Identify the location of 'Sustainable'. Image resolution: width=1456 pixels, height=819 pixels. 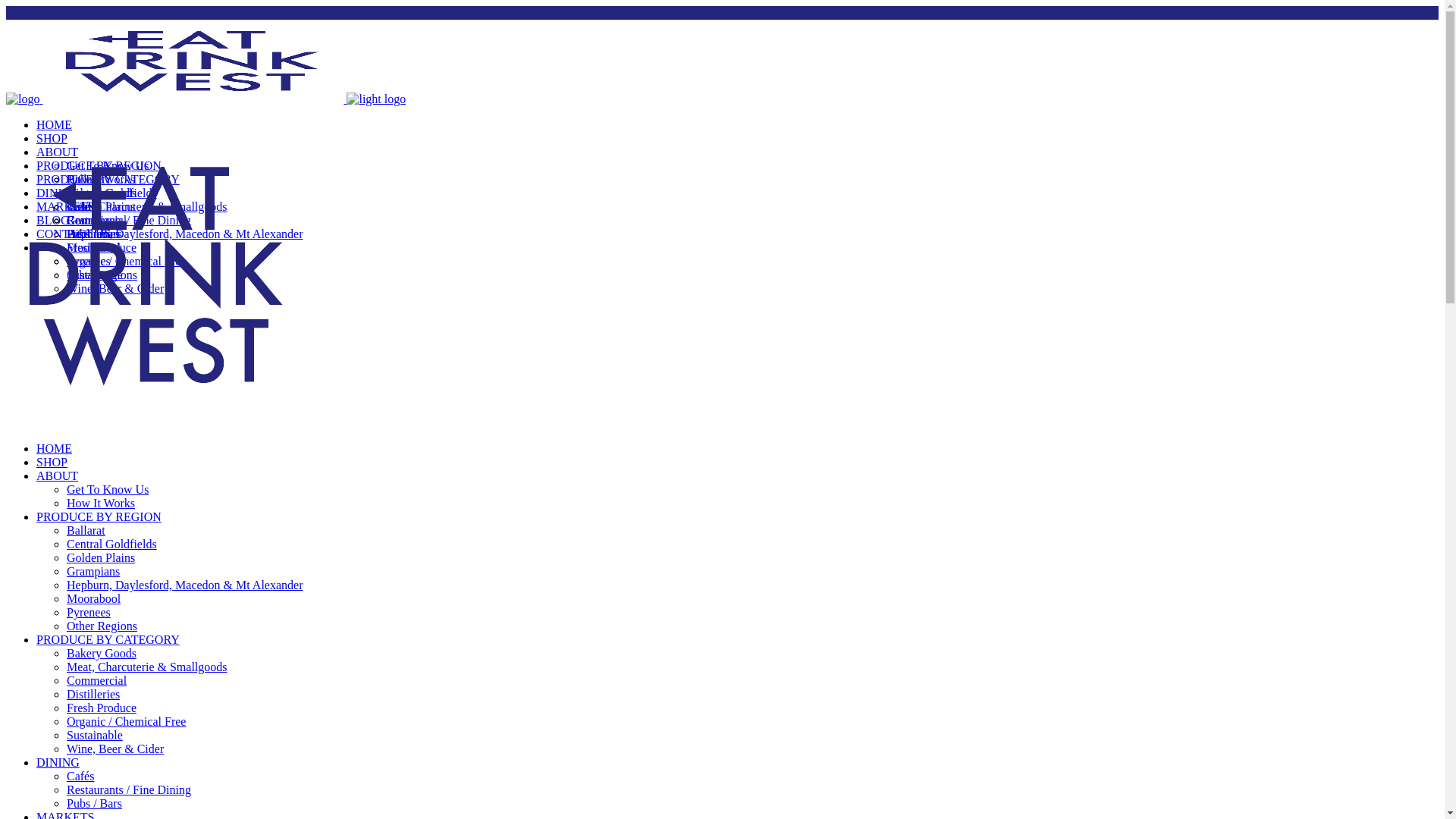
(65, 734).